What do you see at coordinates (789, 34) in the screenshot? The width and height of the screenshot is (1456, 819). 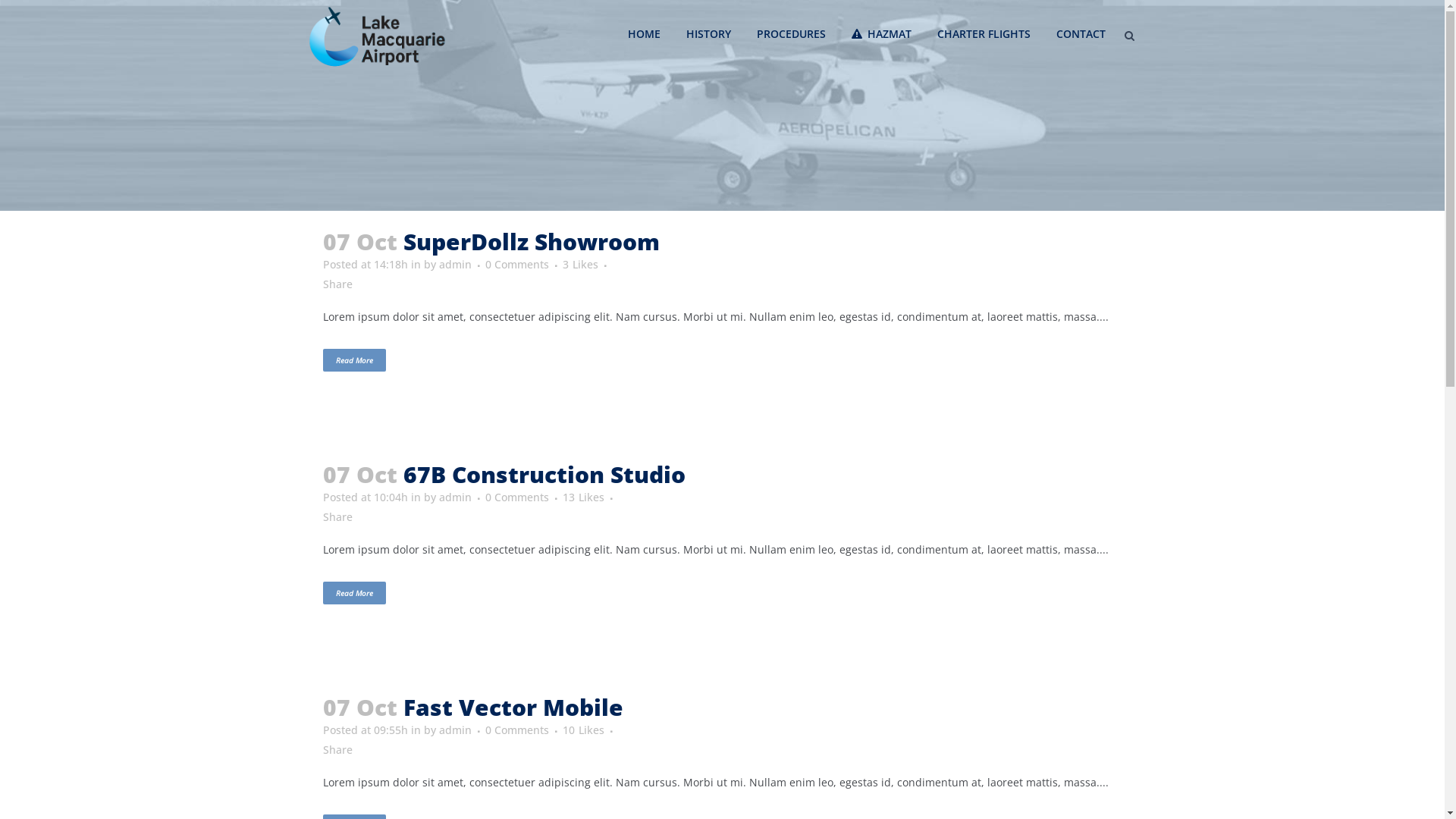 I see `'PROCEDURES'` at bounding box center [789, 34].